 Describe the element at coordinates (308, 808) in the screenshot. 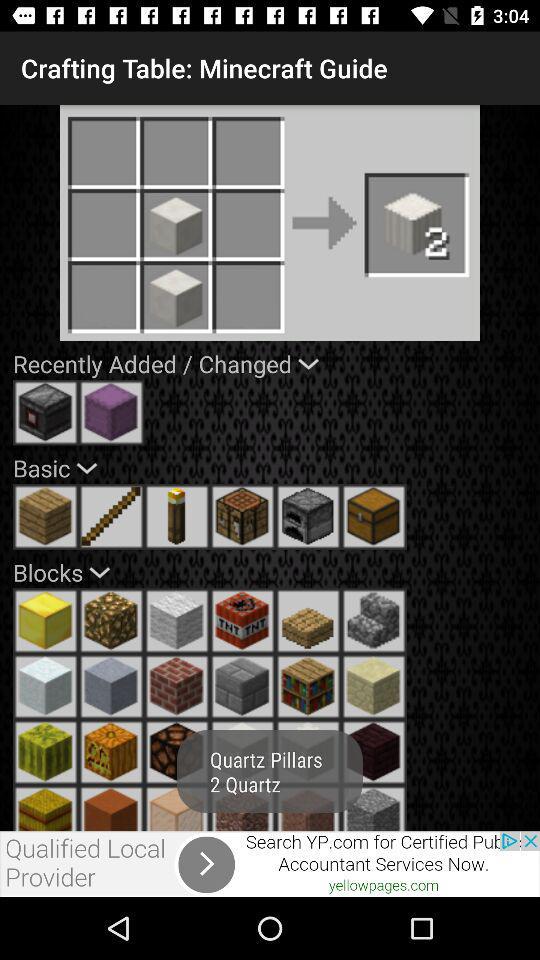

I see `quartz pillars` at that location.